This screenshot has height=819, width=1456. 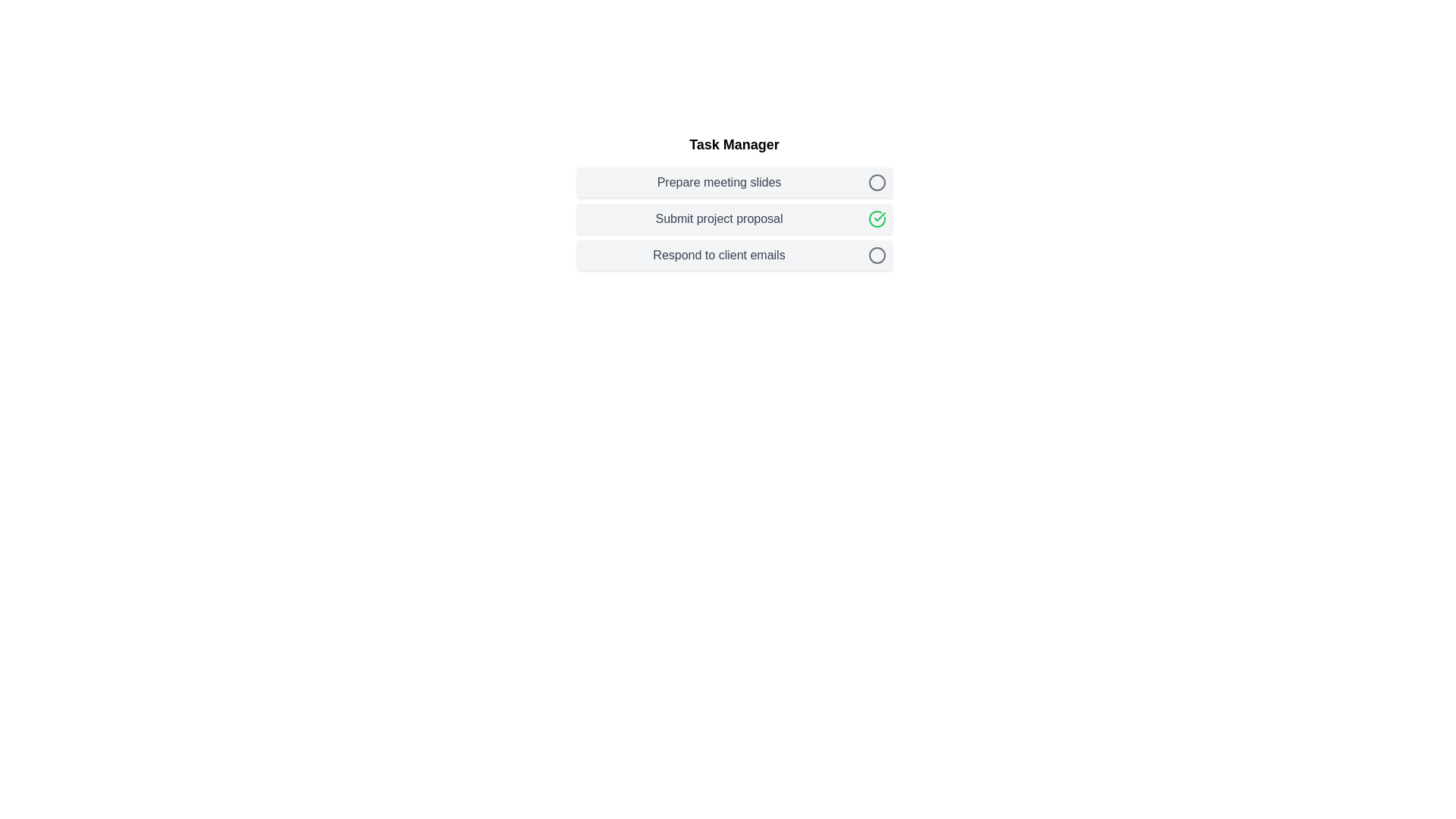 What do you see at coordinates (718, 181) in the screenshot?
I see `the text label that says 'Prepare meeting slides', which is styled in gray font and is the first entry in the task management interface below the 'Task Manager' header` at bounding box center [718, 181].